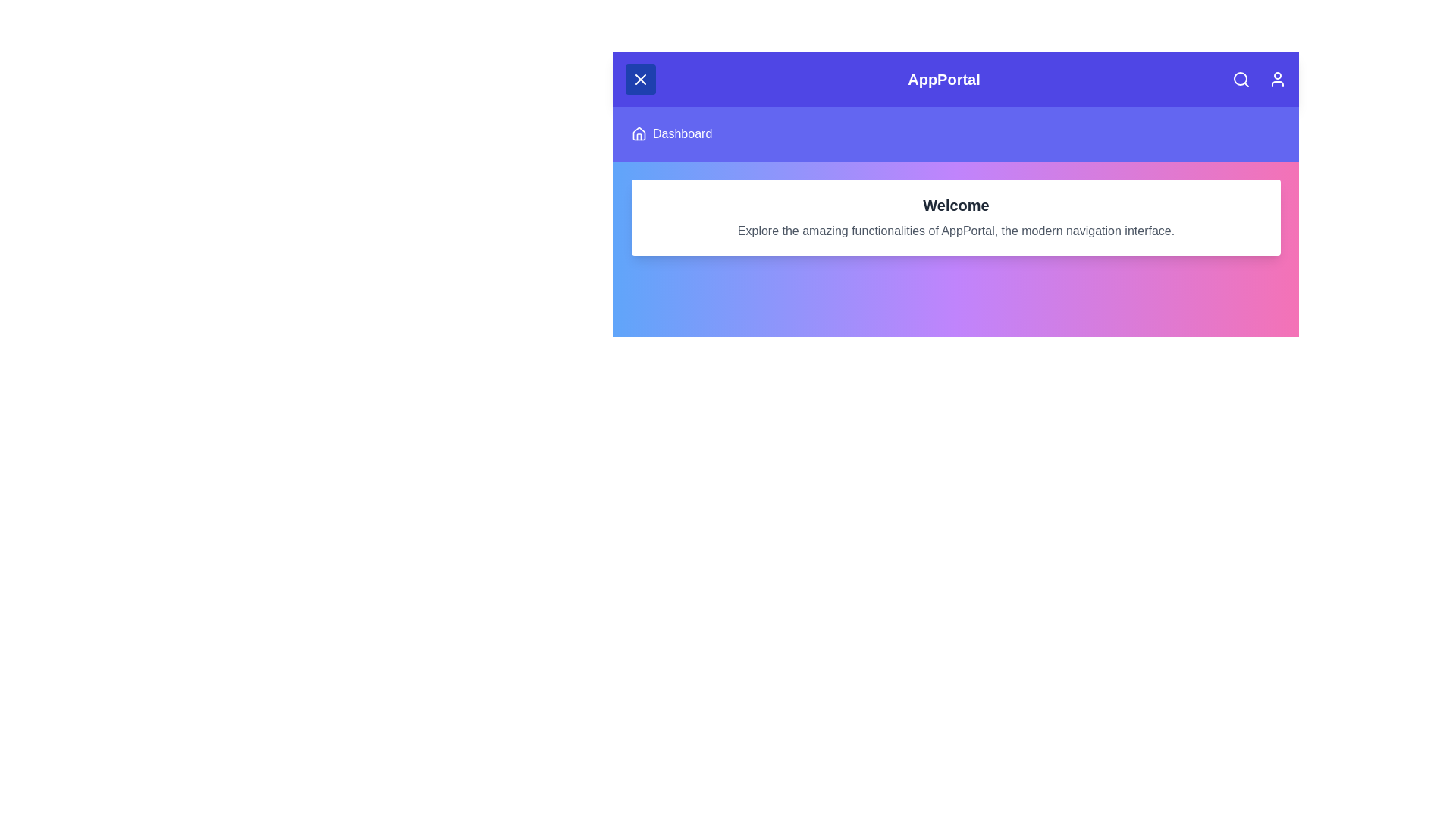  I want to click on the Welcome text area to focus on it, so click(955, 205).